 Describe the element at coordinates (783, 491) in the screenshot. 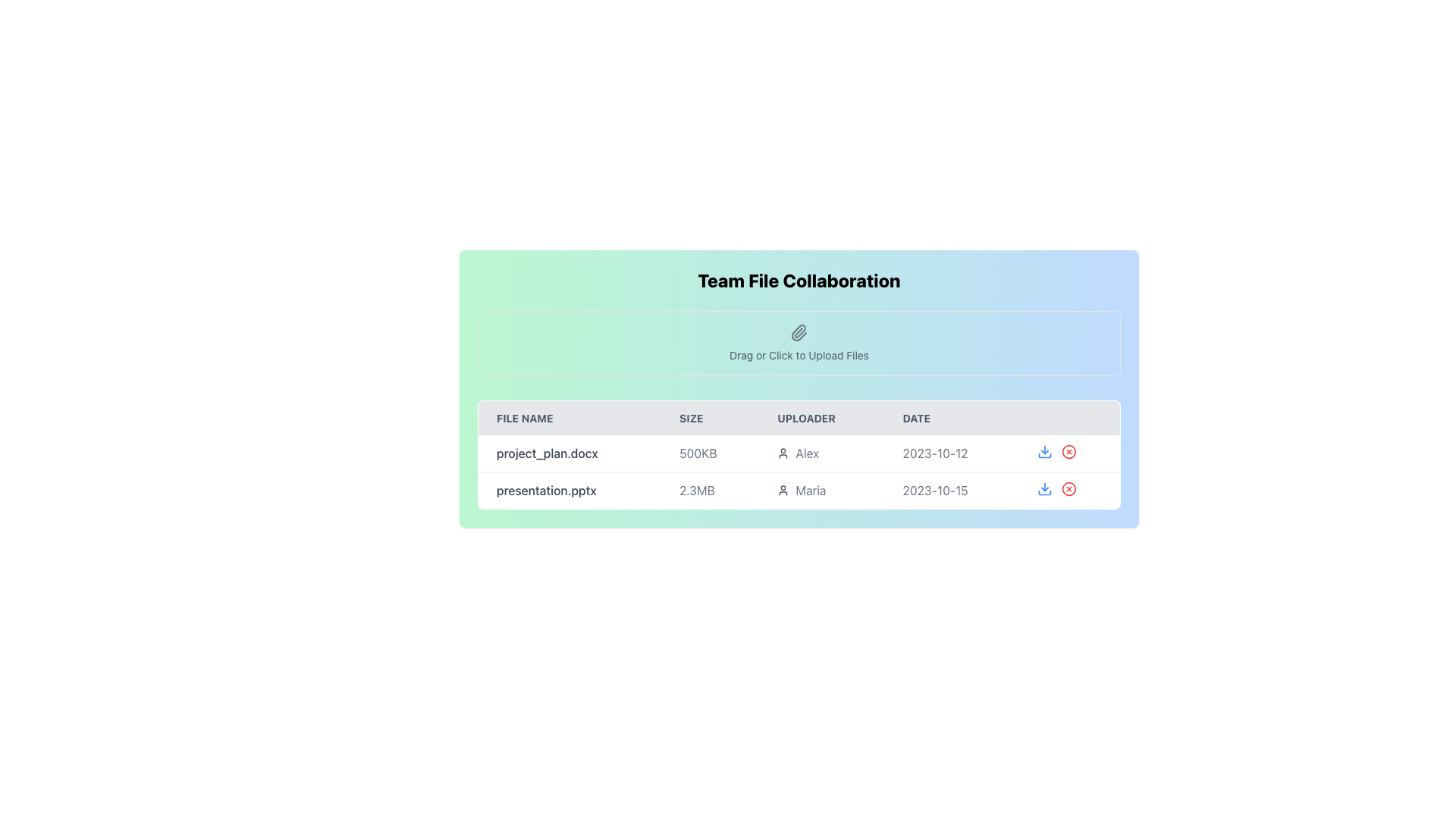

I see `the uploader's profile icon located in the 'Uploader' column next to 'Maria'` at that location.